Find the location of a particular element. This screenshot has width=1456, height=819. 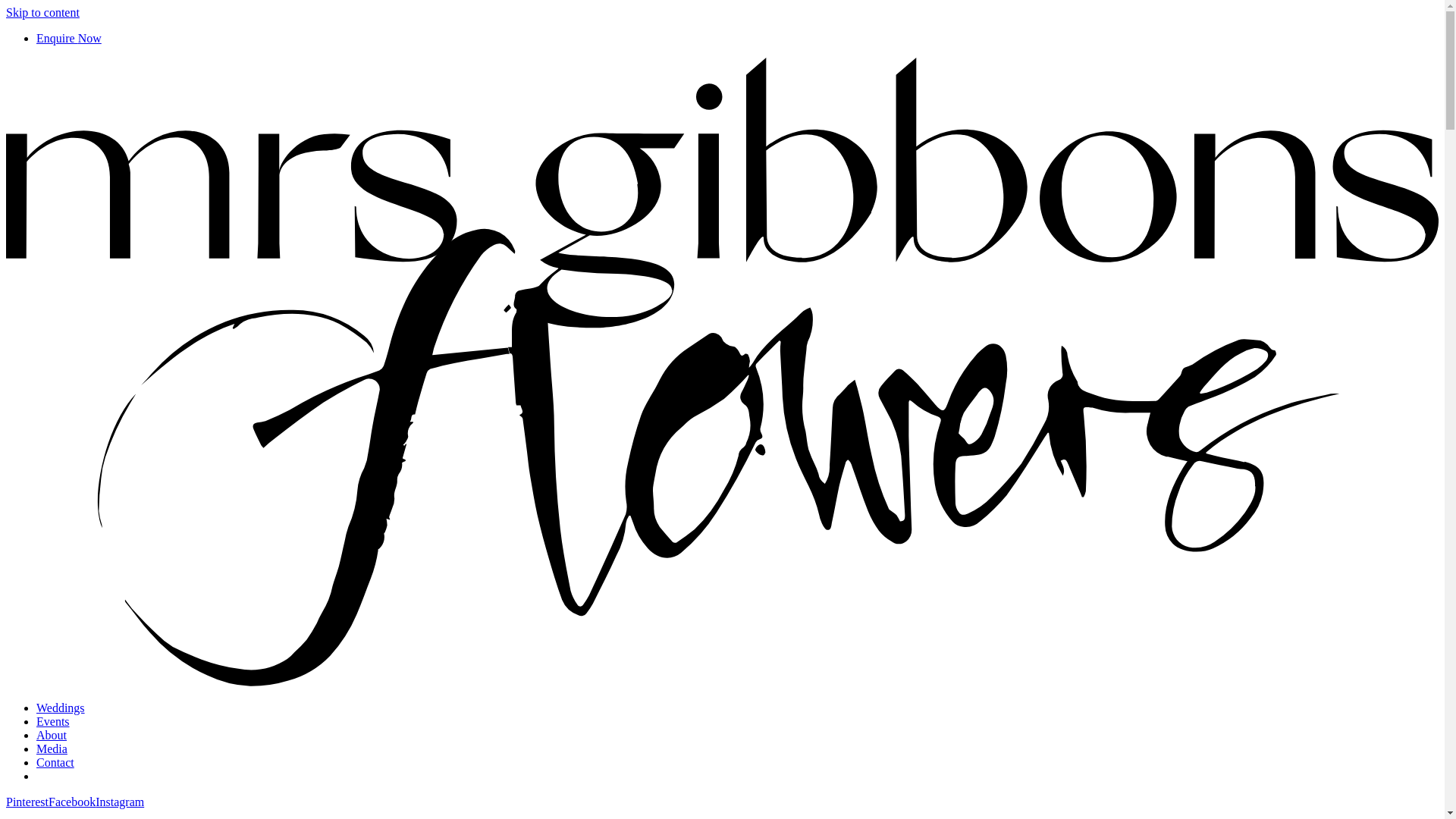

'Skip to content' is located at coordinates (42, 12).